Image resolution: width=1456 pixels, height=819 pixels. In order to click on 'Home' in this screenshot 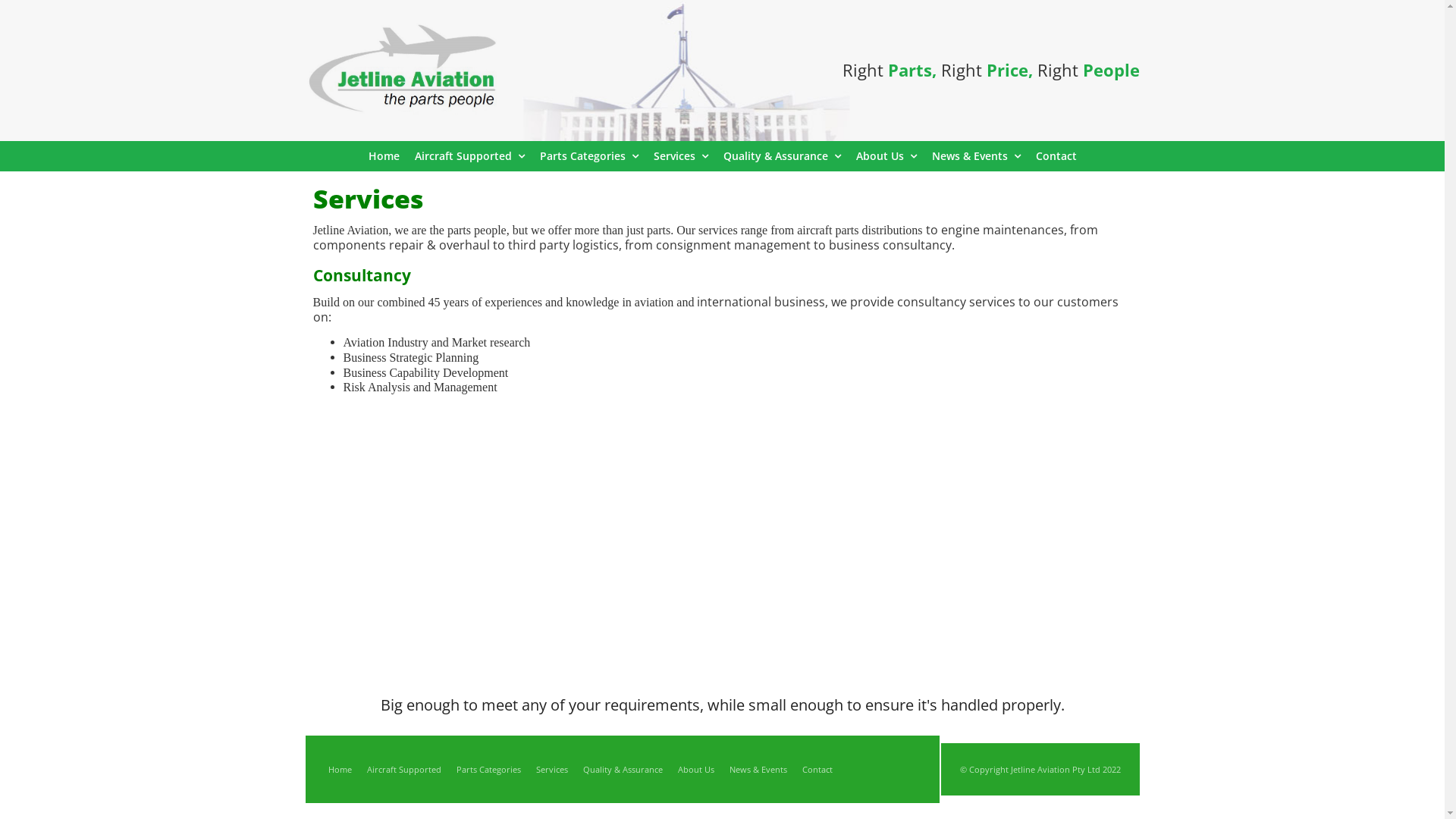, I will do `click(338, 769)`.